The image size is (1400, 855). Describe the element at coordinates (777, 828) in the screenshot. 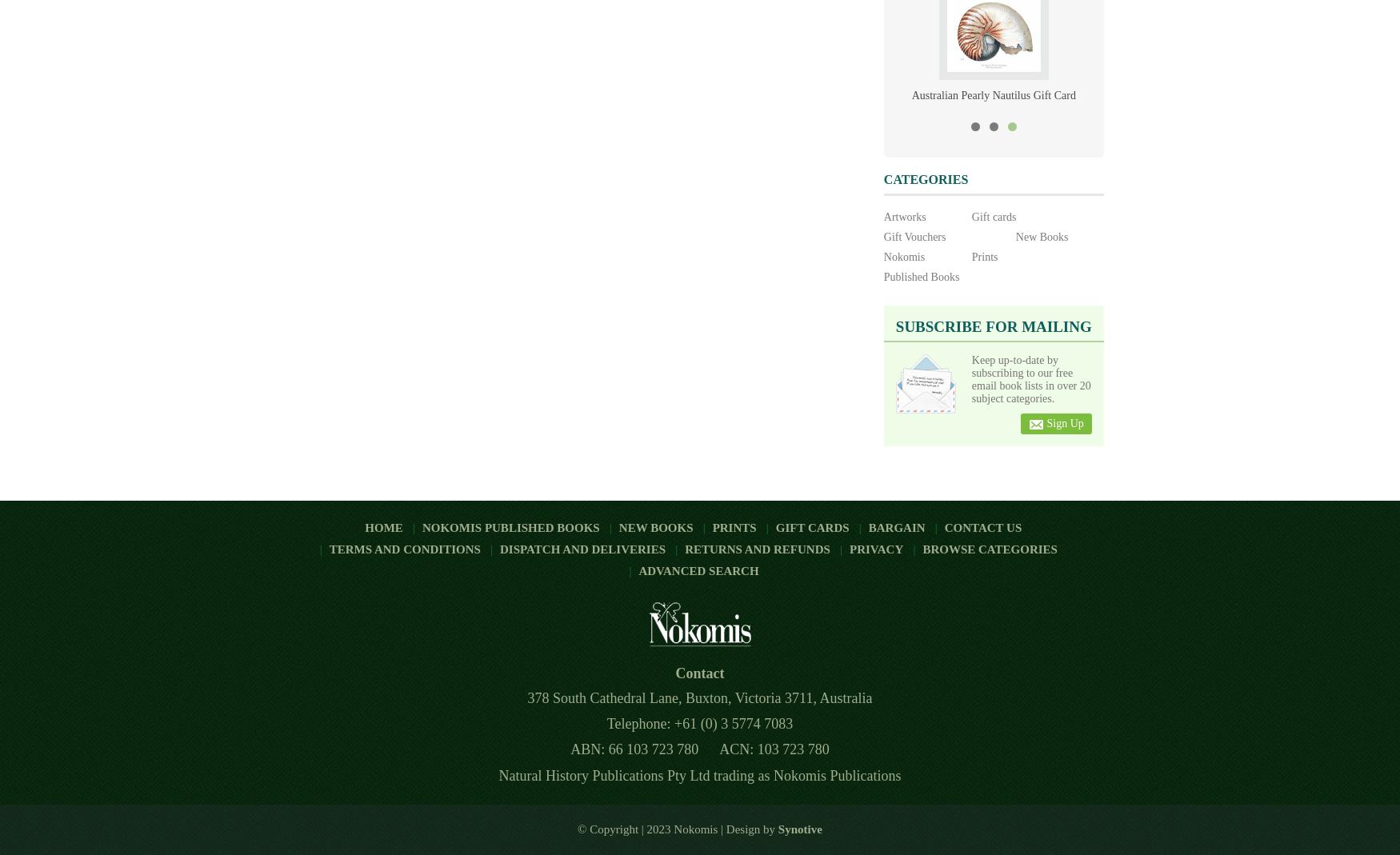

I see `'Synotive'` at that location.